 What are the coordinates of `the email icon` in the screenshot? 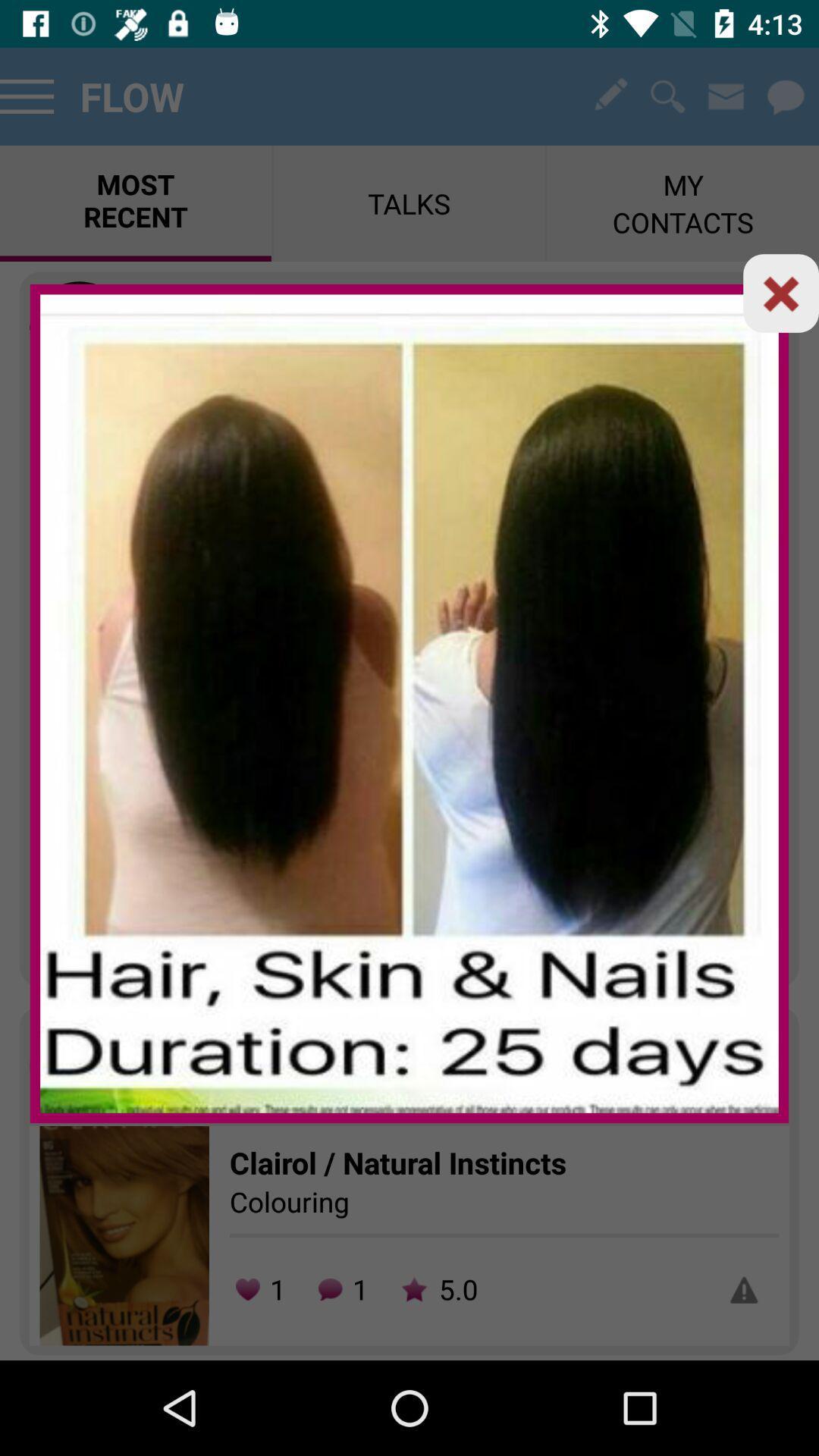 It's located at (724, 96).